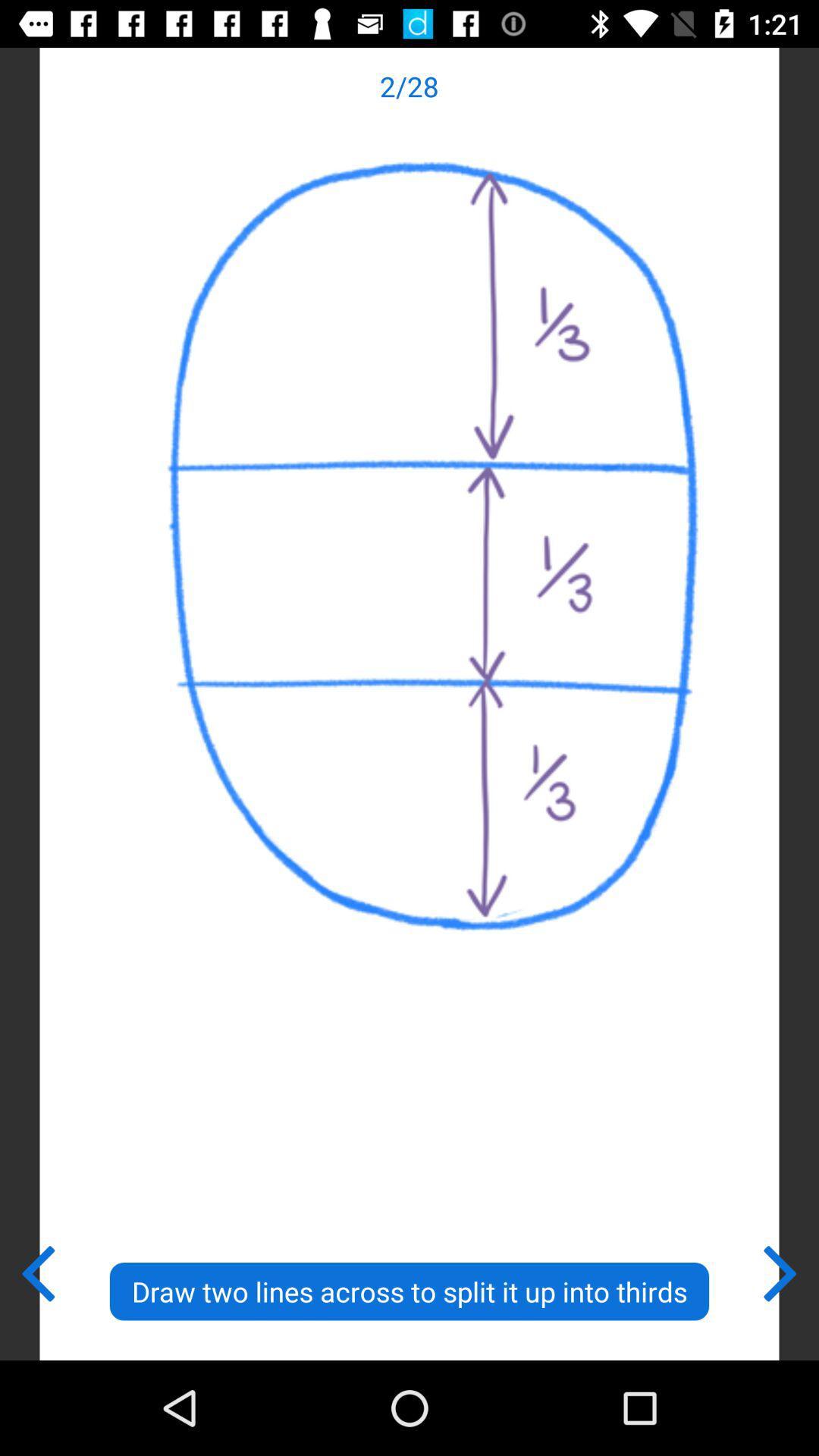  What do you see at coordinates (781, 1270) in the screenshot?
I see `the icon next to draw two lines` at bounding box center [781, 1270].